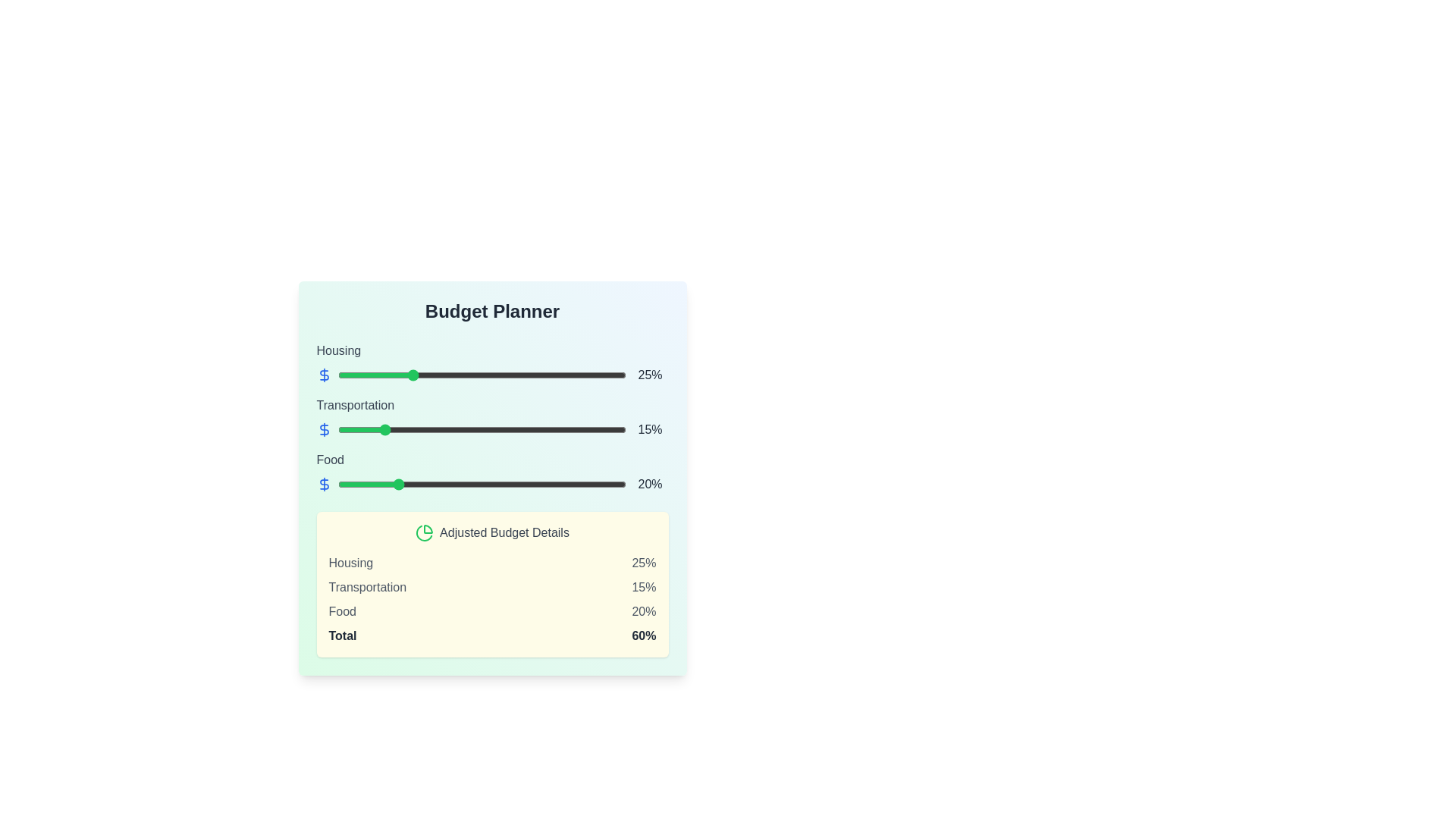 This screenshot has height=819, width=1456. I want to click on the housing budget slider, so click(446, 375).